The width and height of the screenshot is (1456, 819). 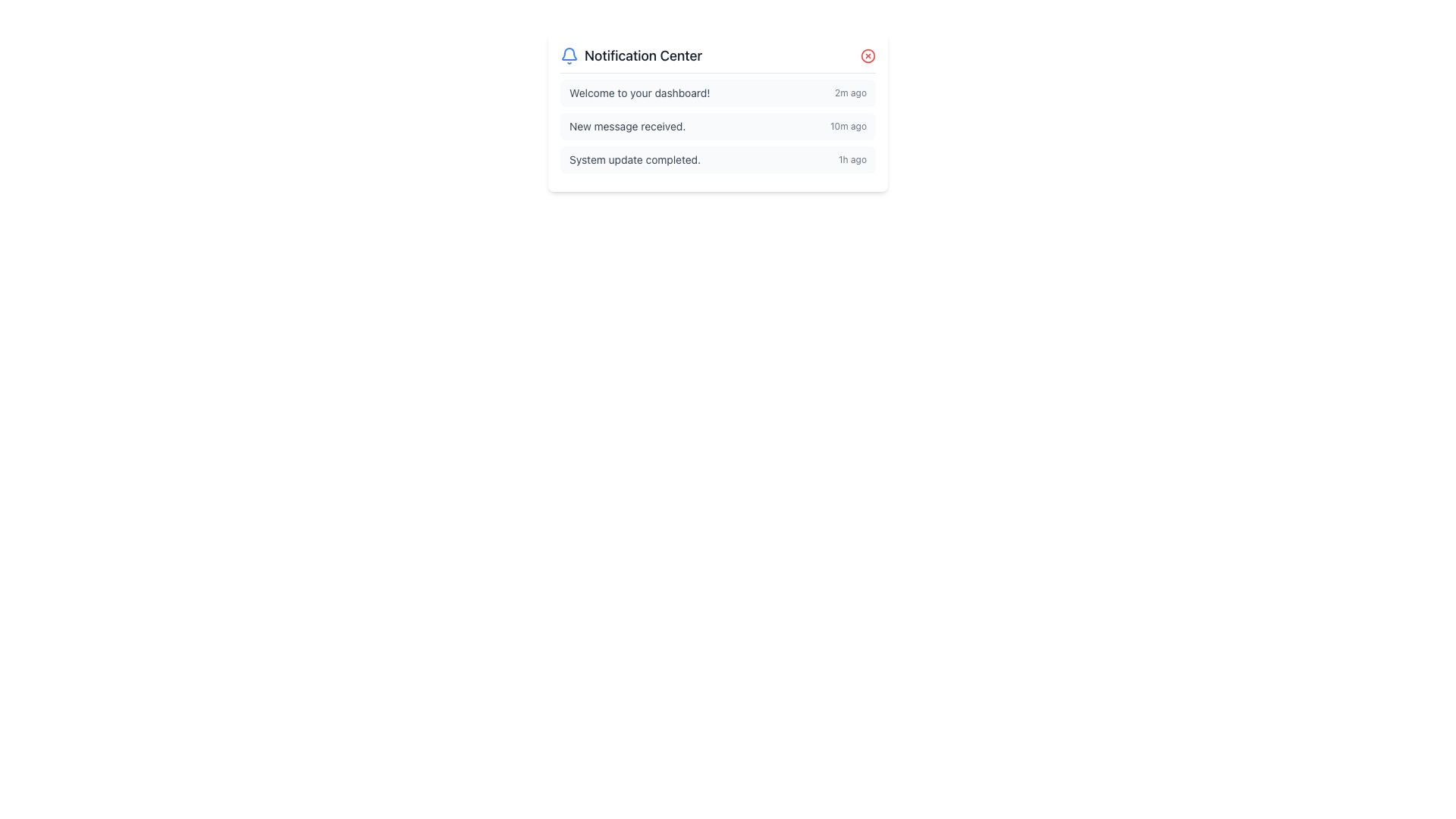 I want to click on the static text displaying the new message notification, positioned second in the list under 'Notification Center', so click(x=627, y=125).